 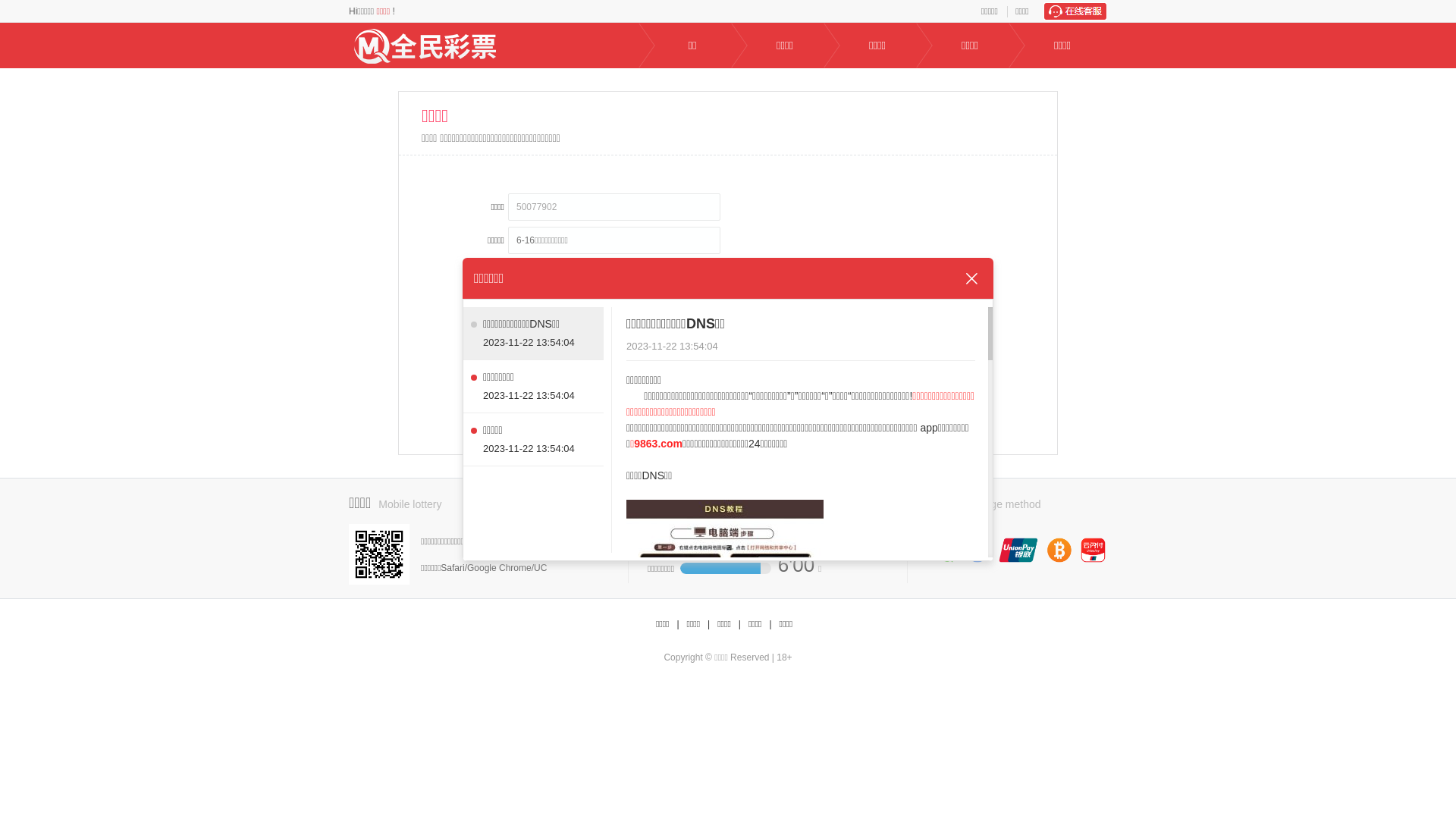 What do you see at coordinates (770, 624) in the screenshot?
I see `'|'` at bounding box center [770, 624].